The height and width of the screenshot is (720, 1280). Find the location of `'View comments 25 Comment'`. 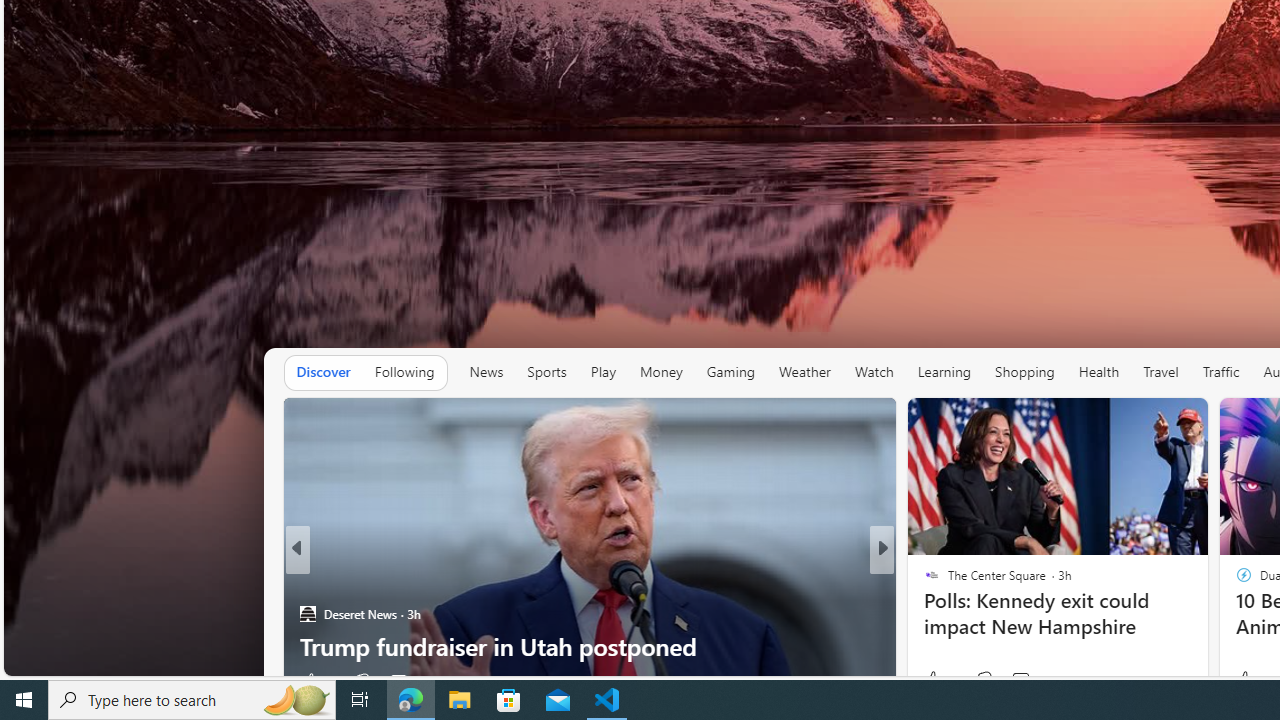

'View comments 25 Comment' is located at coordinates (1013, 680).